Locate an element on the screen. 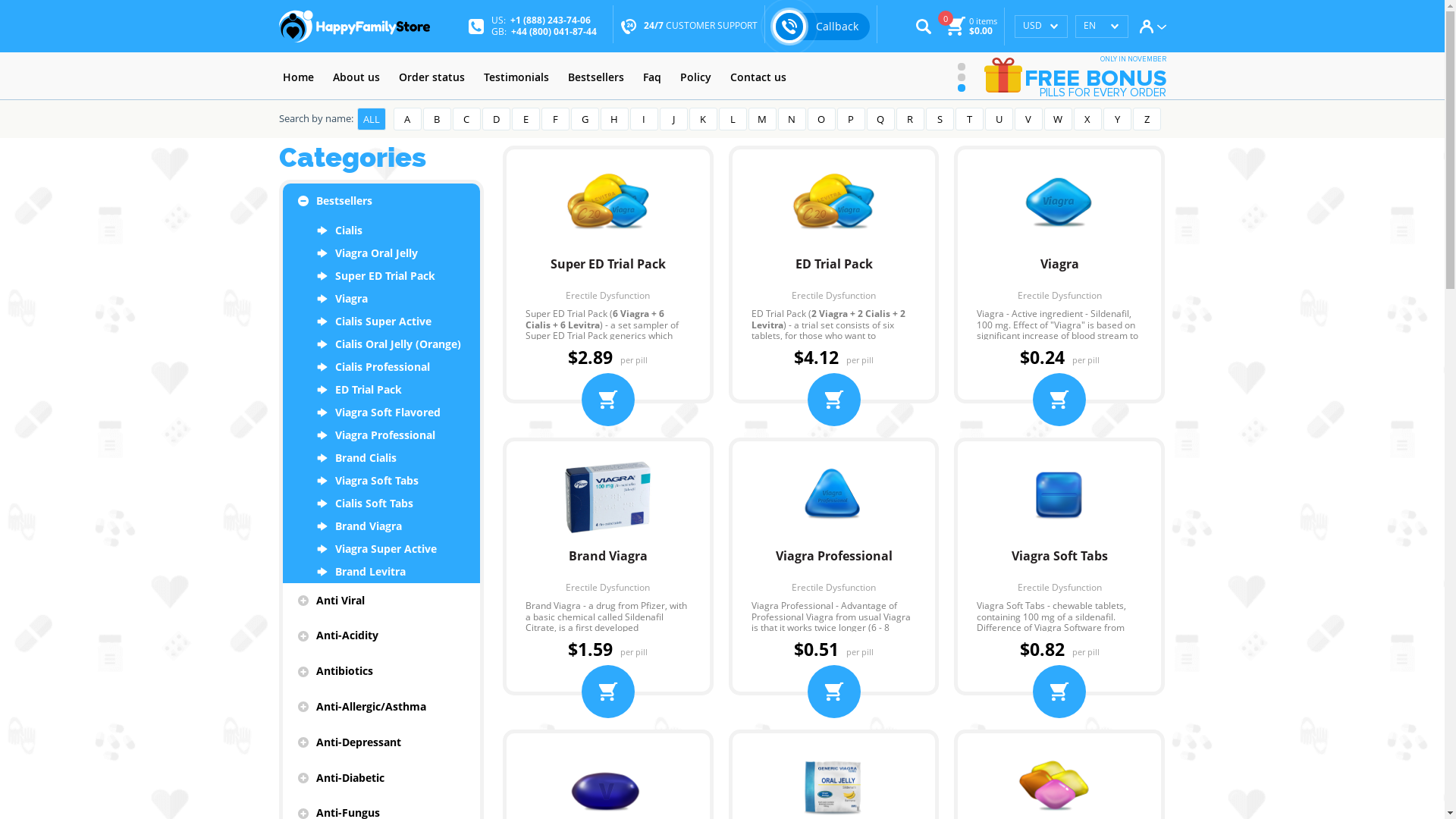 Image resolution: width=1456 pixels, height=819 pixels. 'R' is located at coordinates (910, 118).